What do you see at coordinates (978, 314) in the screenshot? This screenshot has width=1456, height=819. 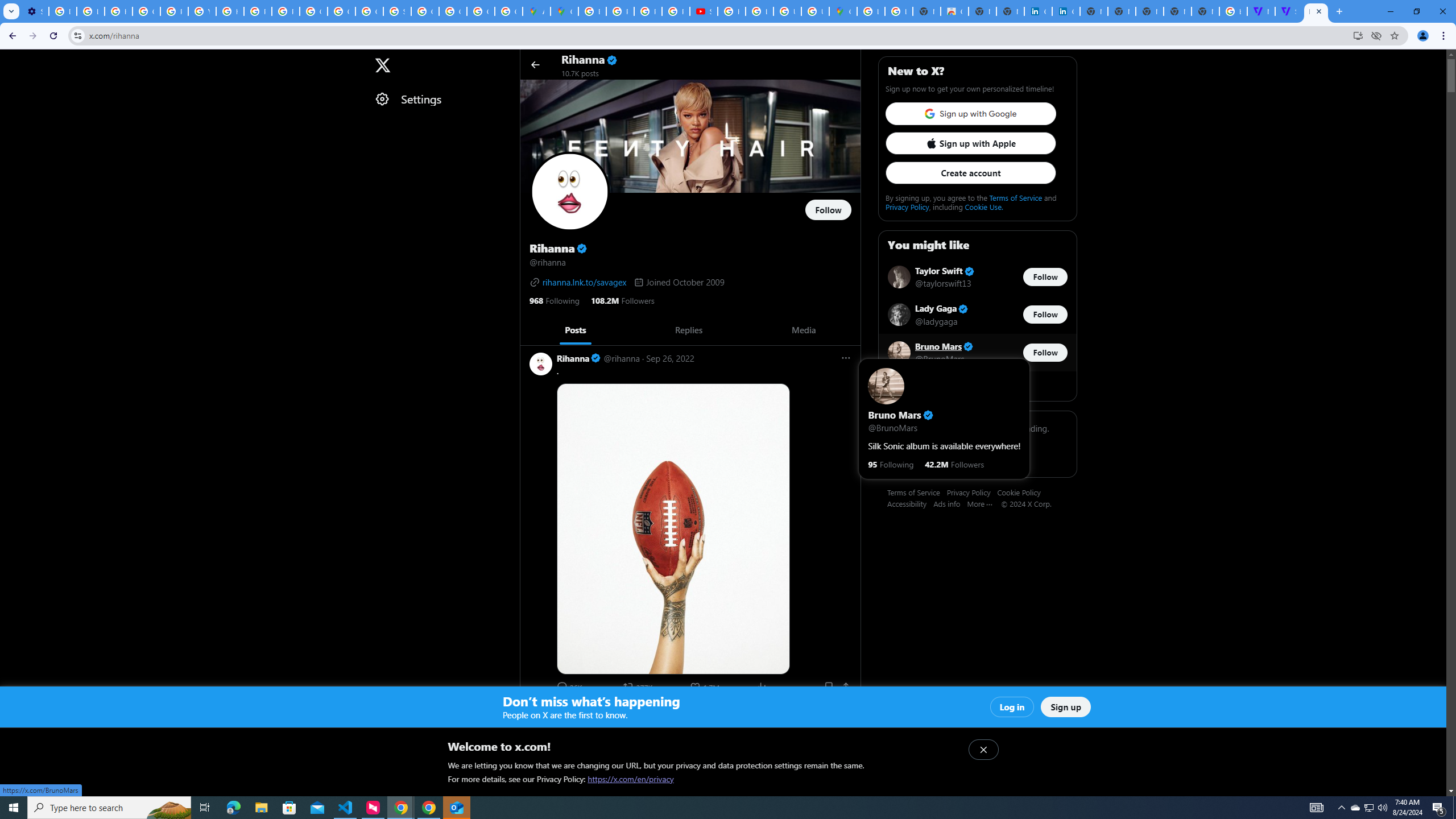 I see `'Lady Gaga Verified account @ladygaga Follow @ladygaga'` at bounding box center [978, 314].